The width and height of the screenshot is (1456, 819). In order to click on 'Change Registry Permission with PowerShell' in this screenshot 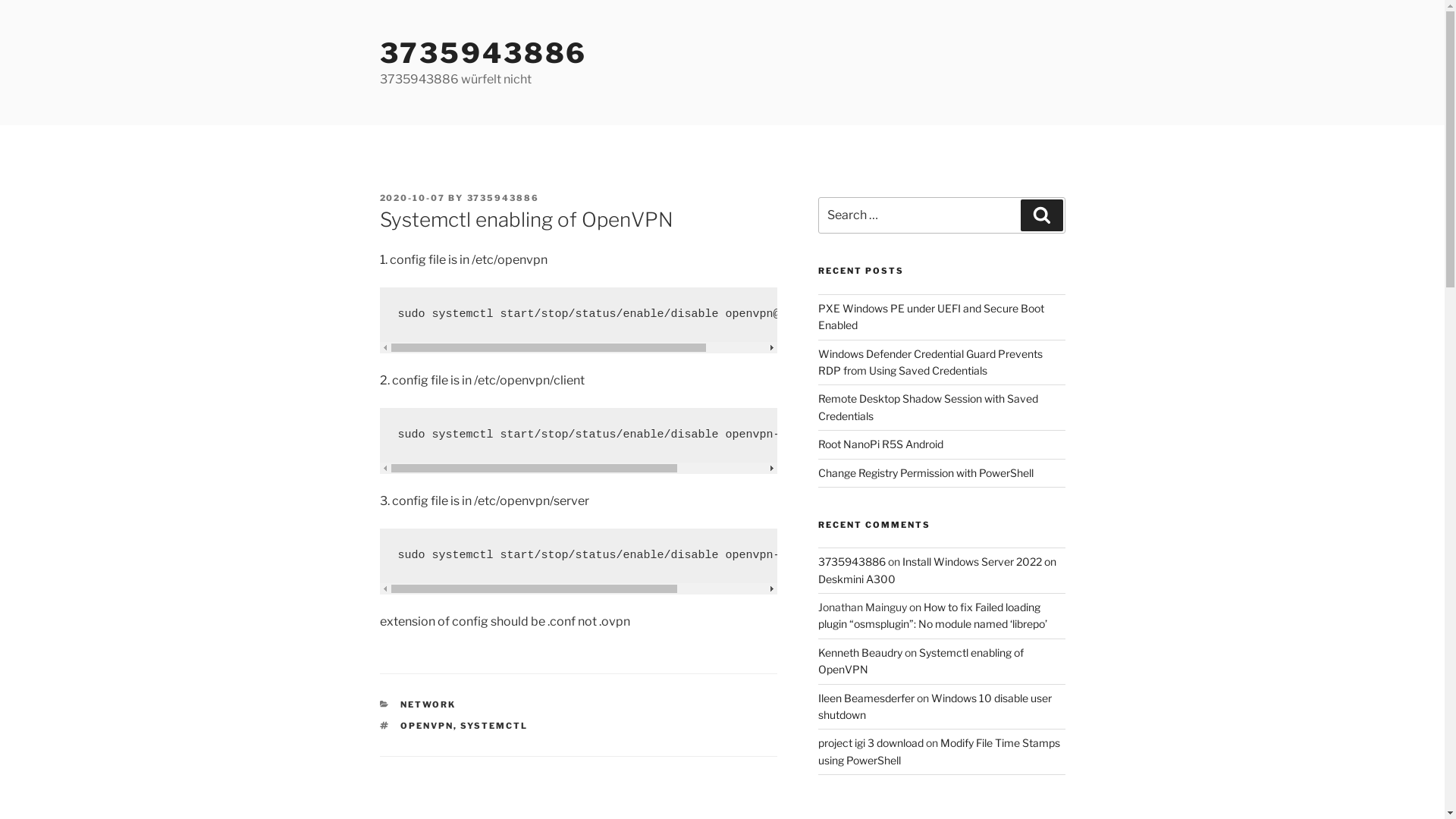, I will do `click(817, 471)`.